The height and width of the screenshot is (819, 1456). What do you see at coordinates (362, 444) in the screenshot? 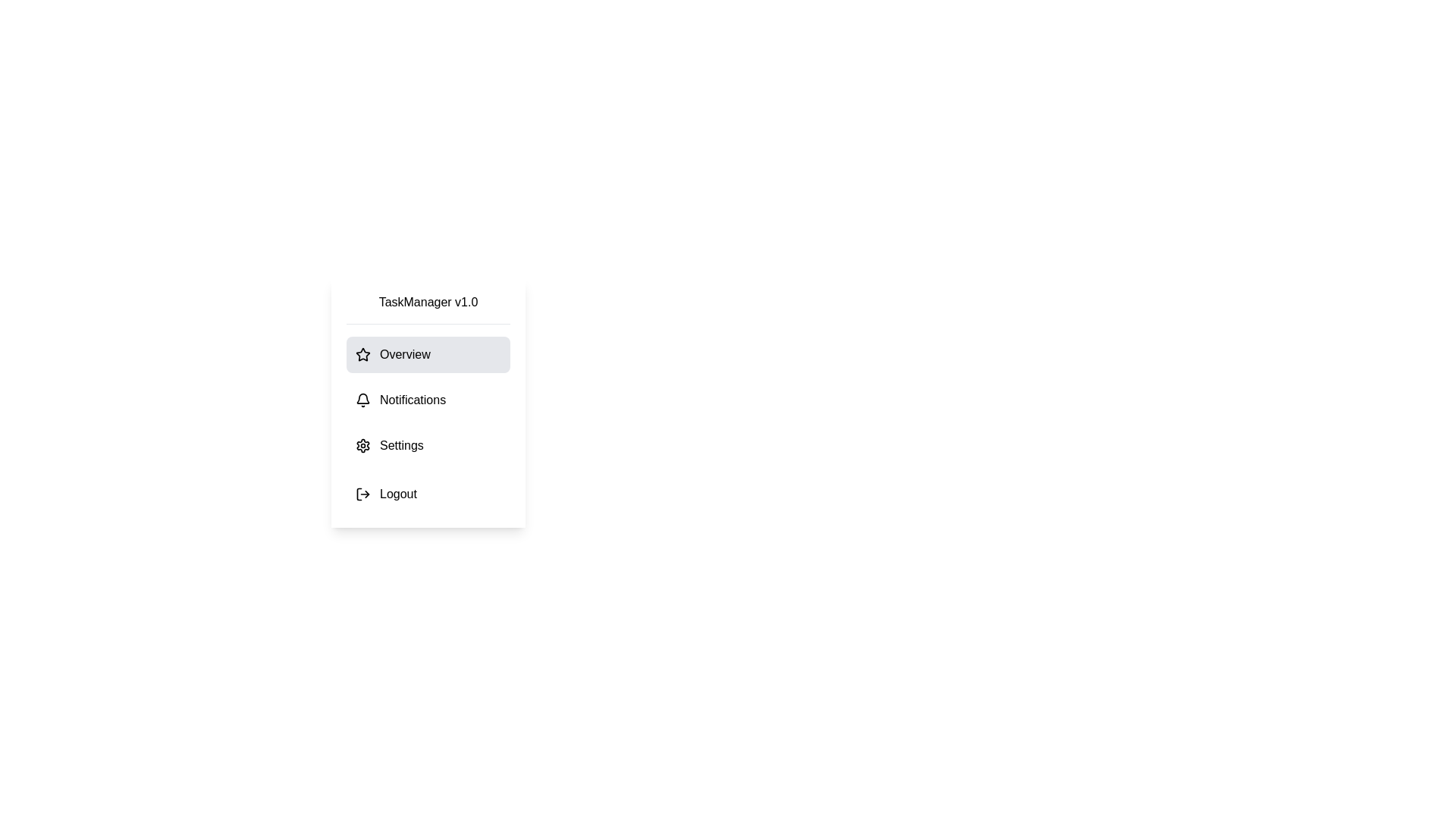
I see `the cogwheel-like settings icon located beside the 'Settings' label in the TaskManager v1.0 menu` at bounding box center [362, 444].